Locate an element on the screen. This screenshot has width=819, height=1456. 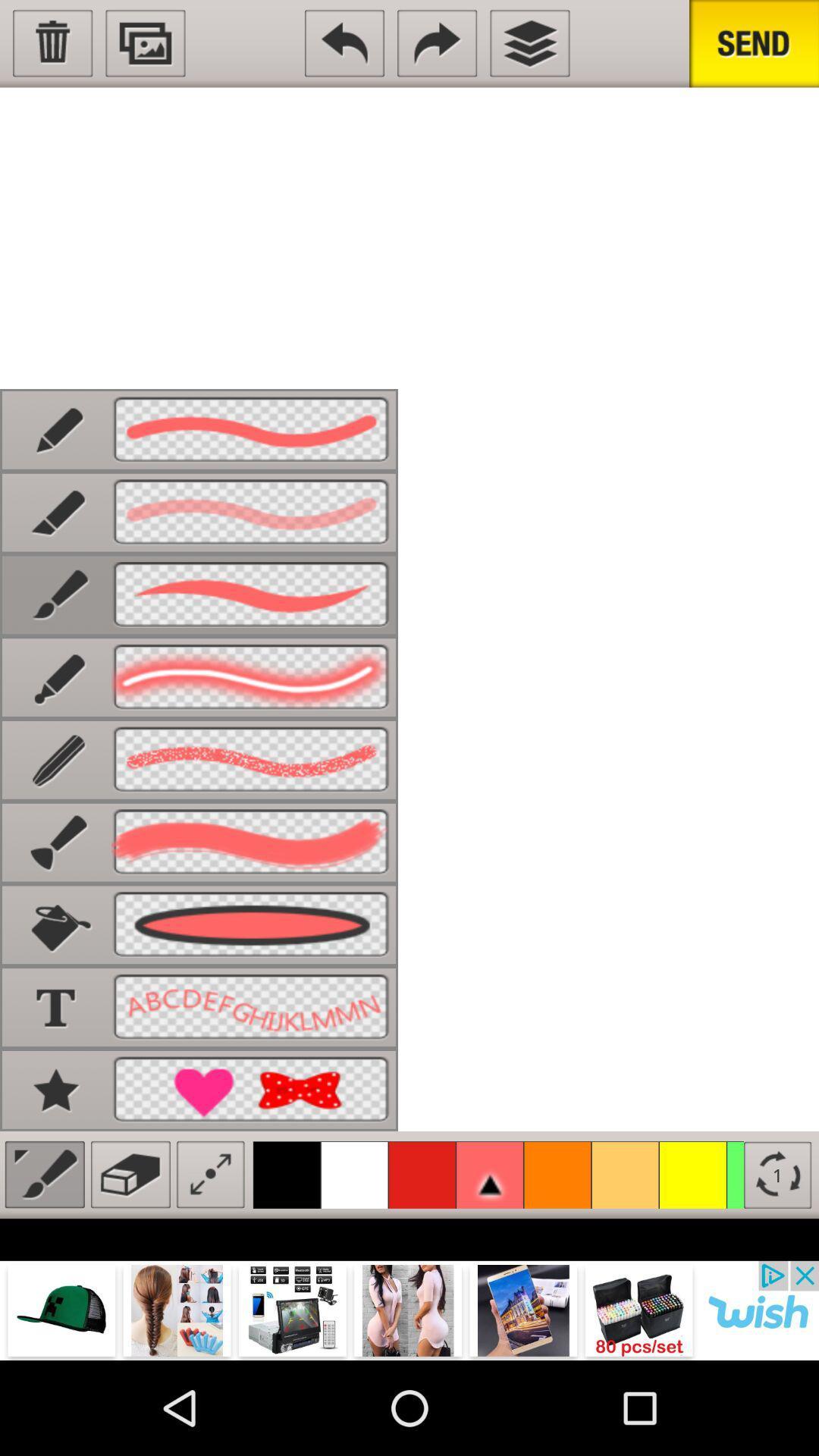
forward is located at coordinates (437, 43).